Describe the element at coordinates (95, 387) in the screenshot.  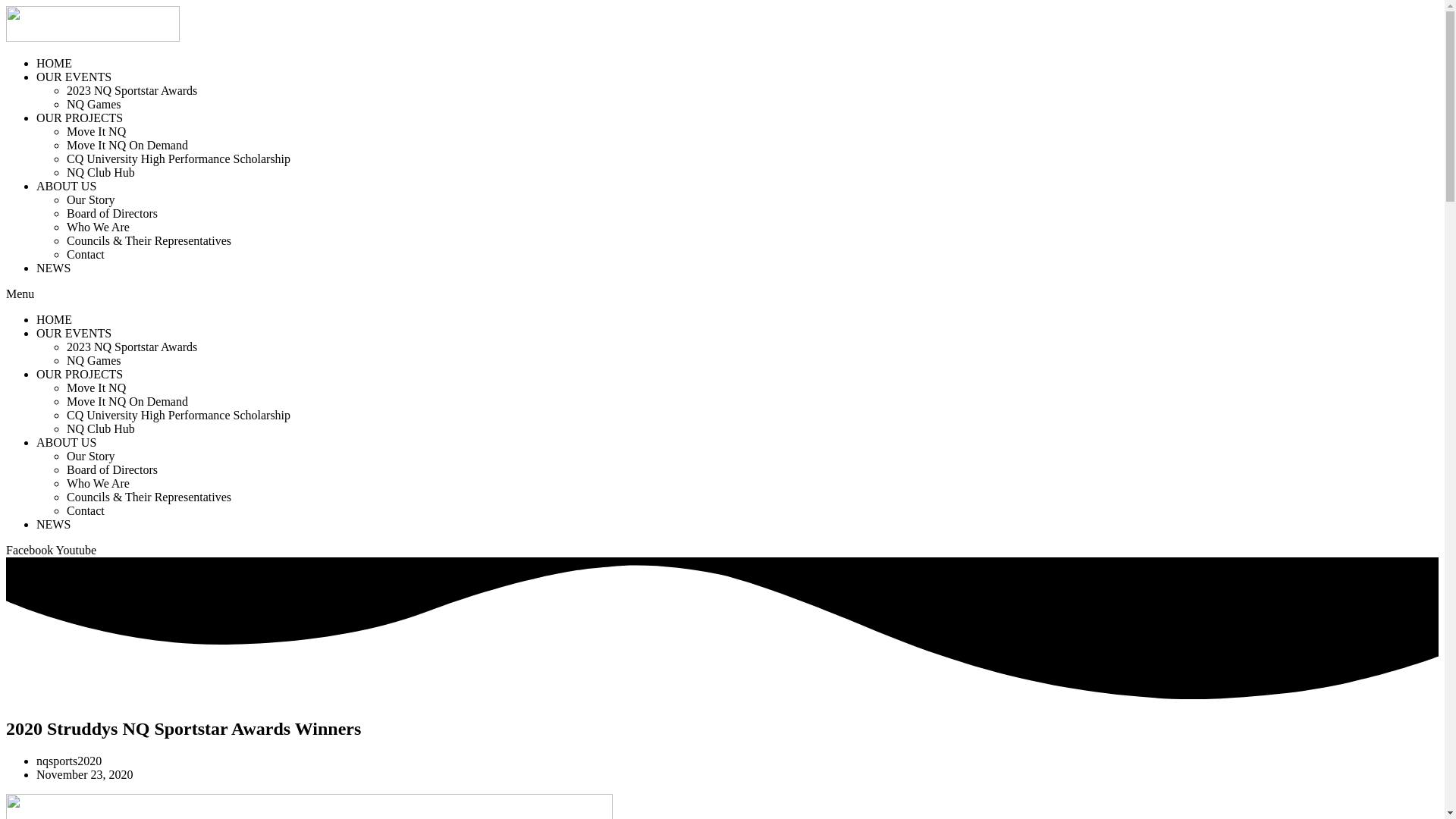
I see `'Move It NQ'` at that location.